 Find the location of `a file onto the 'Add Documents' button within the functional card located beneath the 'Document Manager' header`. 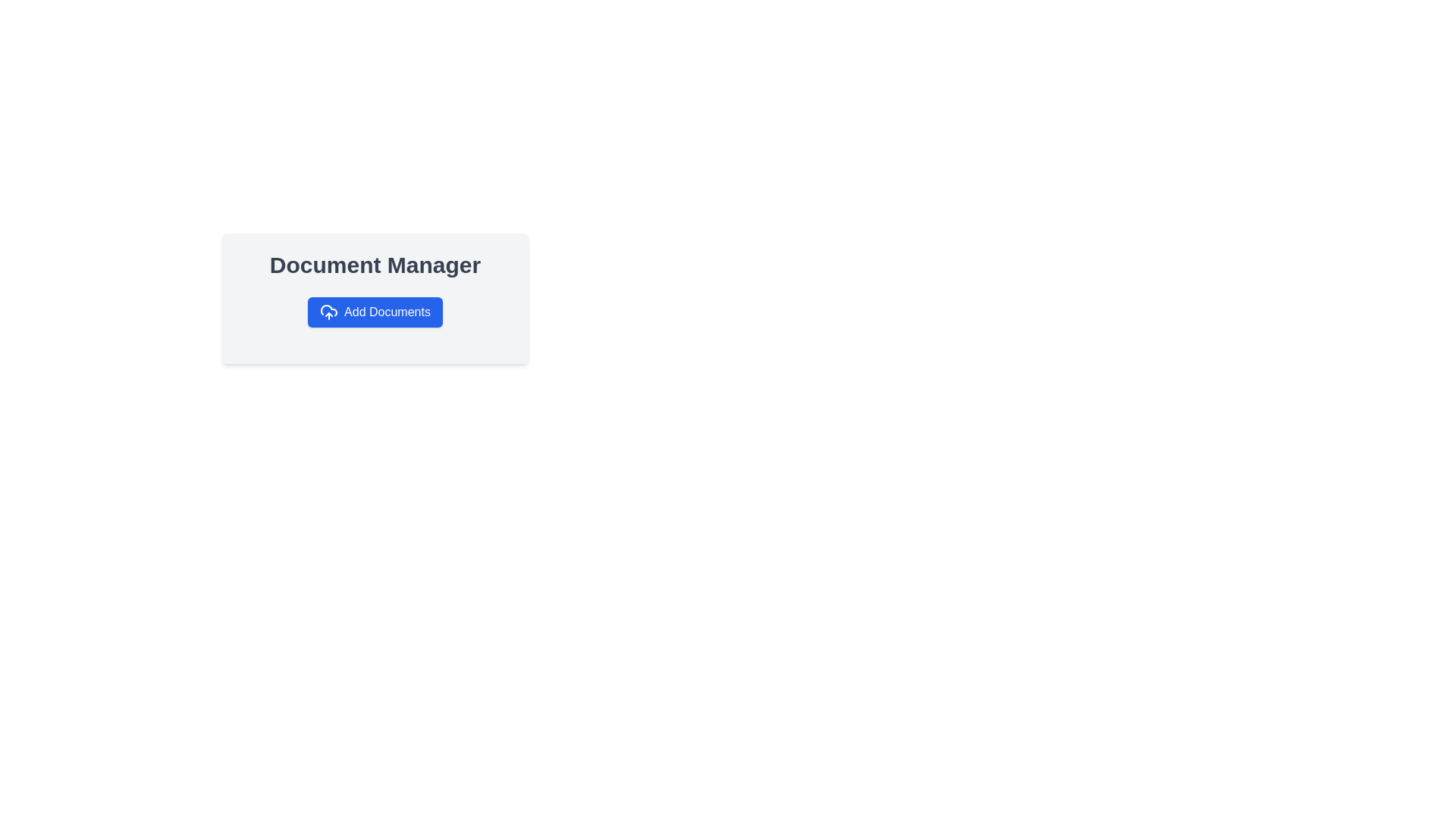

a file onto the 'Add Documents' button within the functional card located beneath the 'Document Manager' header is located at coordinates (375, 298).